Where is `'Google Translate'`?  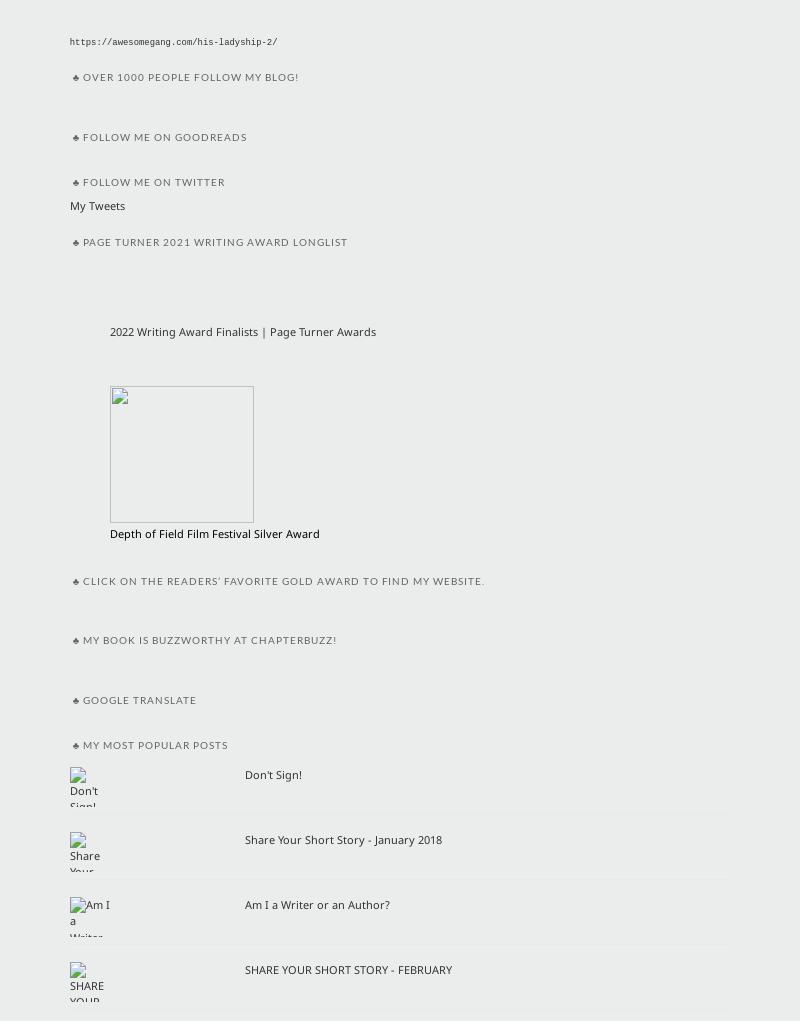 'Google Translate' is located at coordinates (139, 699).